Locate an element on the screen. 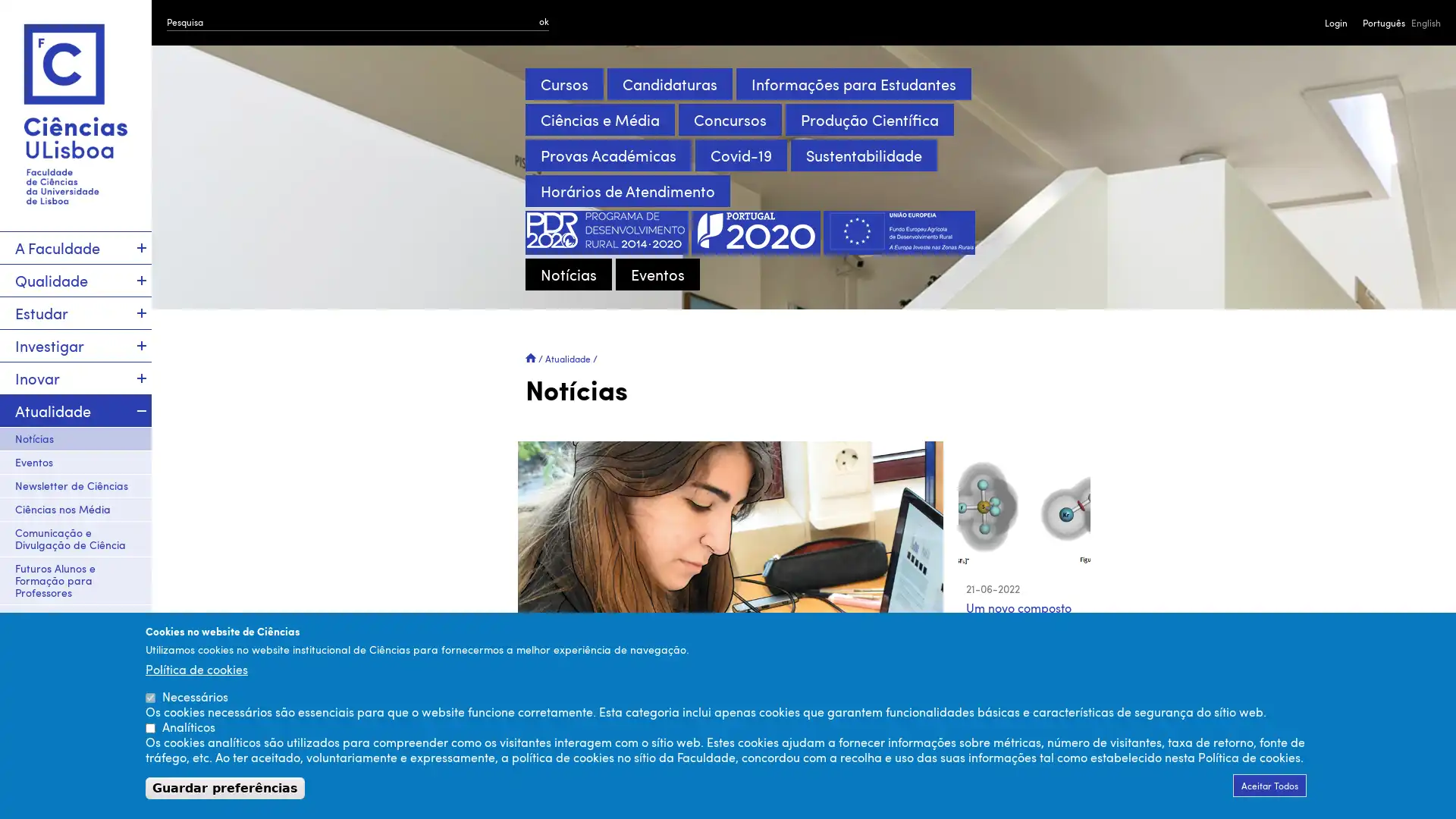  Aceitar Todos is located at coordinates (1269, 785).